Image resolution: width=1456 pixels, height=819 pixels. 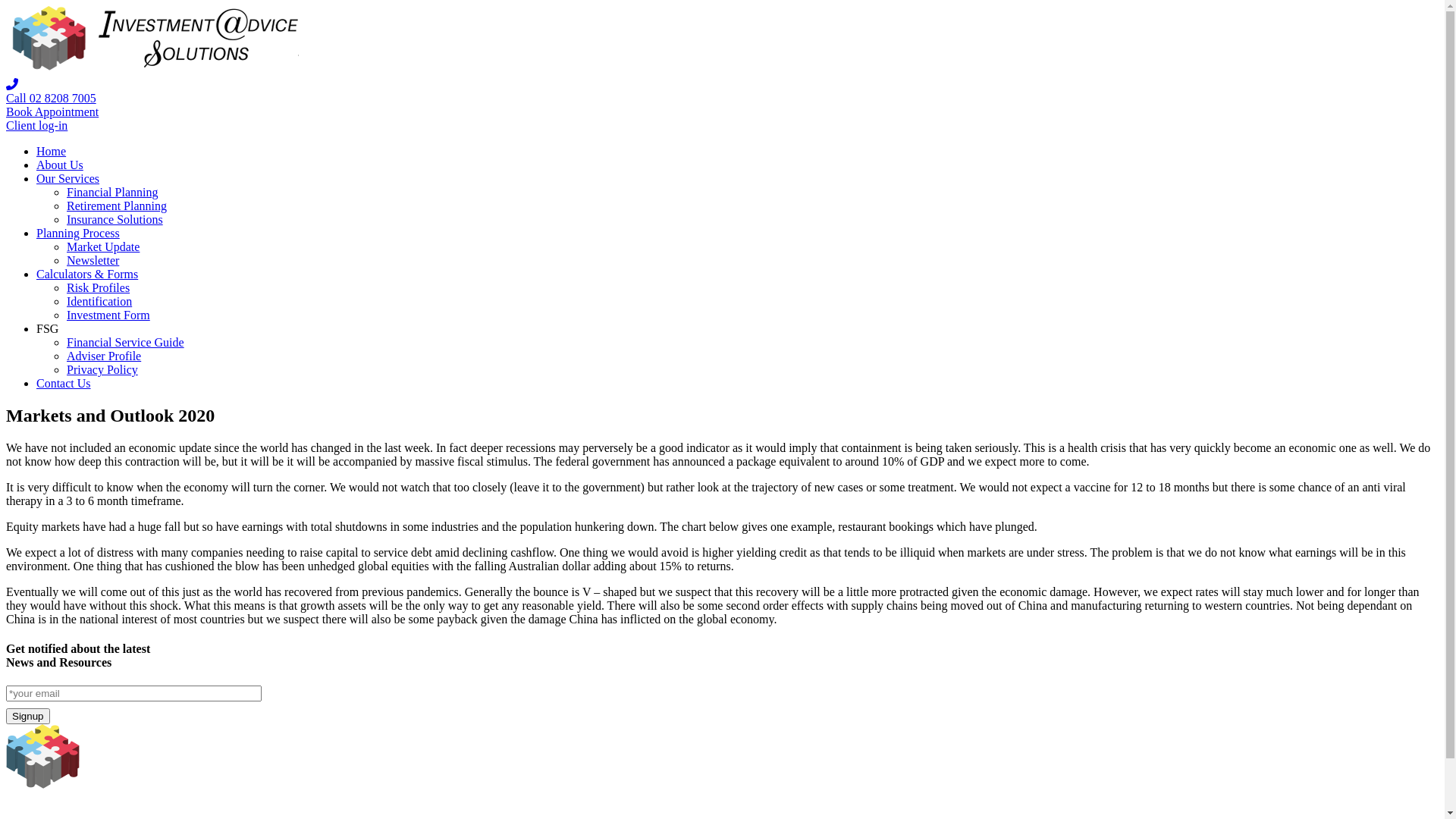 What do you see at coordinates (59, 165) in the screenshot?
I see `'About Us'` at bounding box center [59, 165].